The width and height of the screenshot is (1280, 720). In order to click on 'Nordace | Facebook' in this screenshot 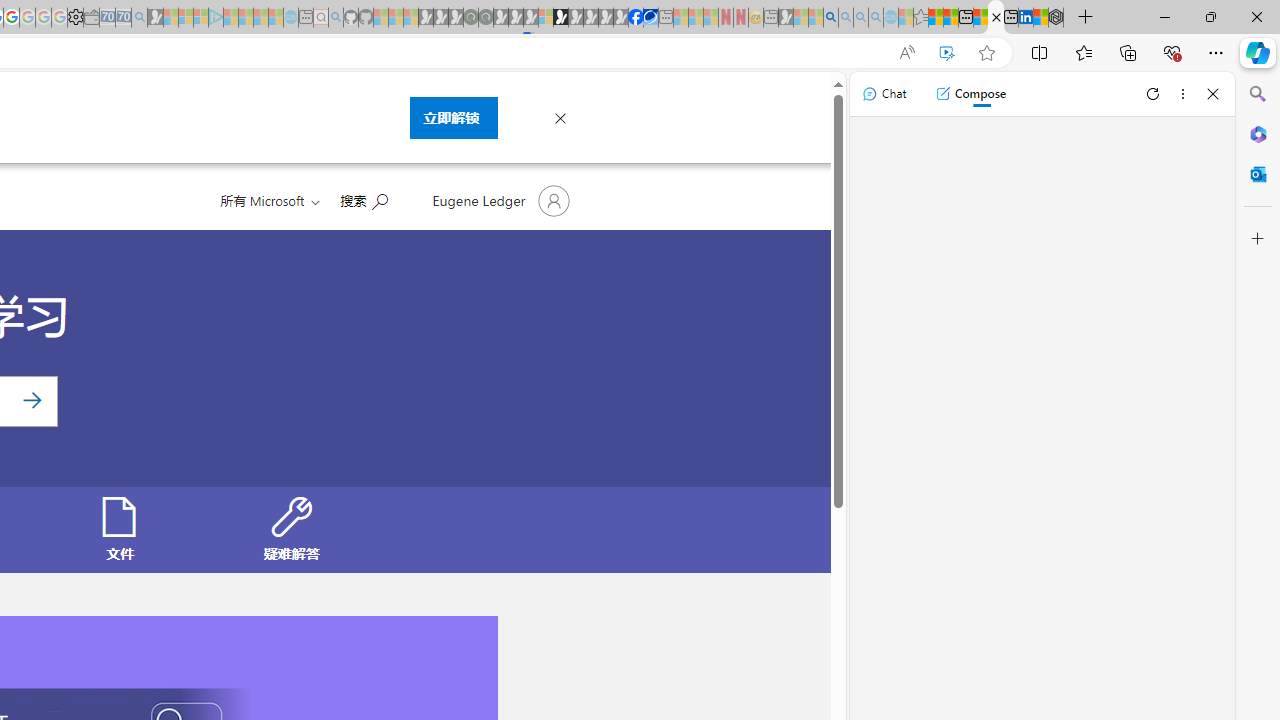, I will do `click(634, 17)`.